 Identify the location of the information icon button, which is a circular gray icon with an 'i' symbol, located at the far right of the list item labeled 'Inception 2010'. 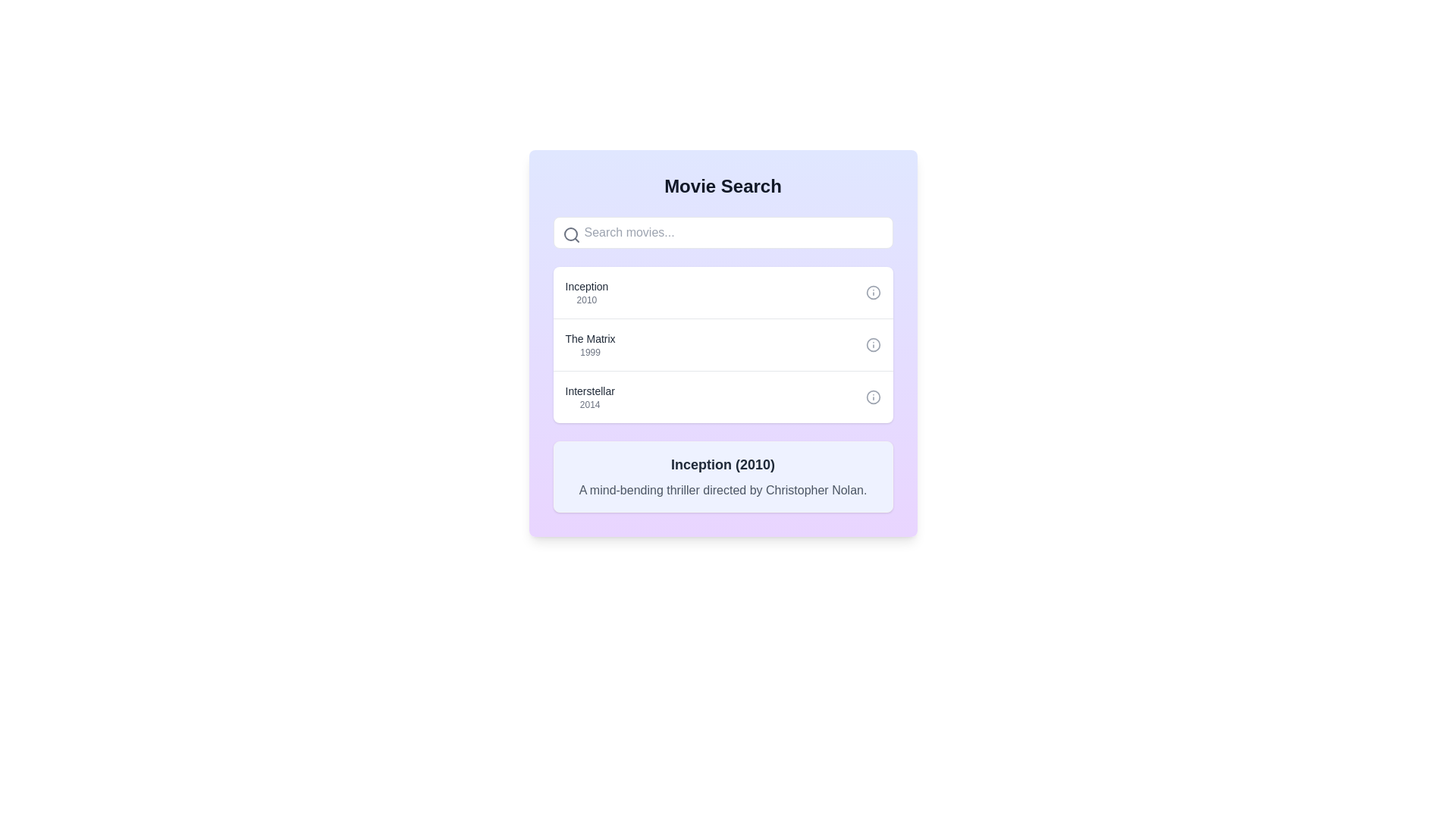
(873, 292).